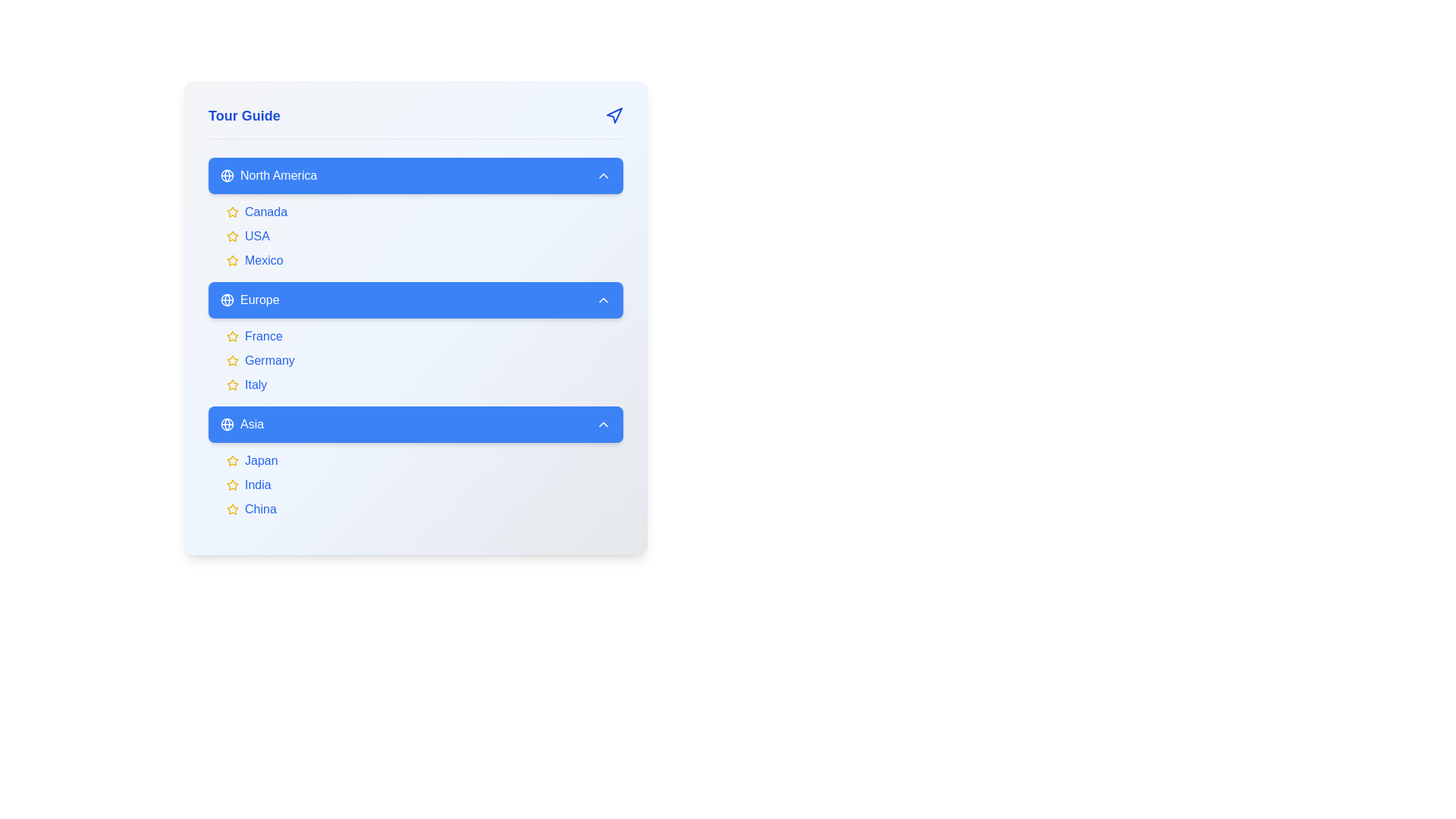 The width and height of the screenshot is (1456, 819). What do you see at coordinates (249, 300) in the screenshot?
I see `the 'Europe' section label in the hierarchical navigation menu, which is part of a collapsible button element and is located next to an upward-facing chevron icon` at bounding box center [249, 300].